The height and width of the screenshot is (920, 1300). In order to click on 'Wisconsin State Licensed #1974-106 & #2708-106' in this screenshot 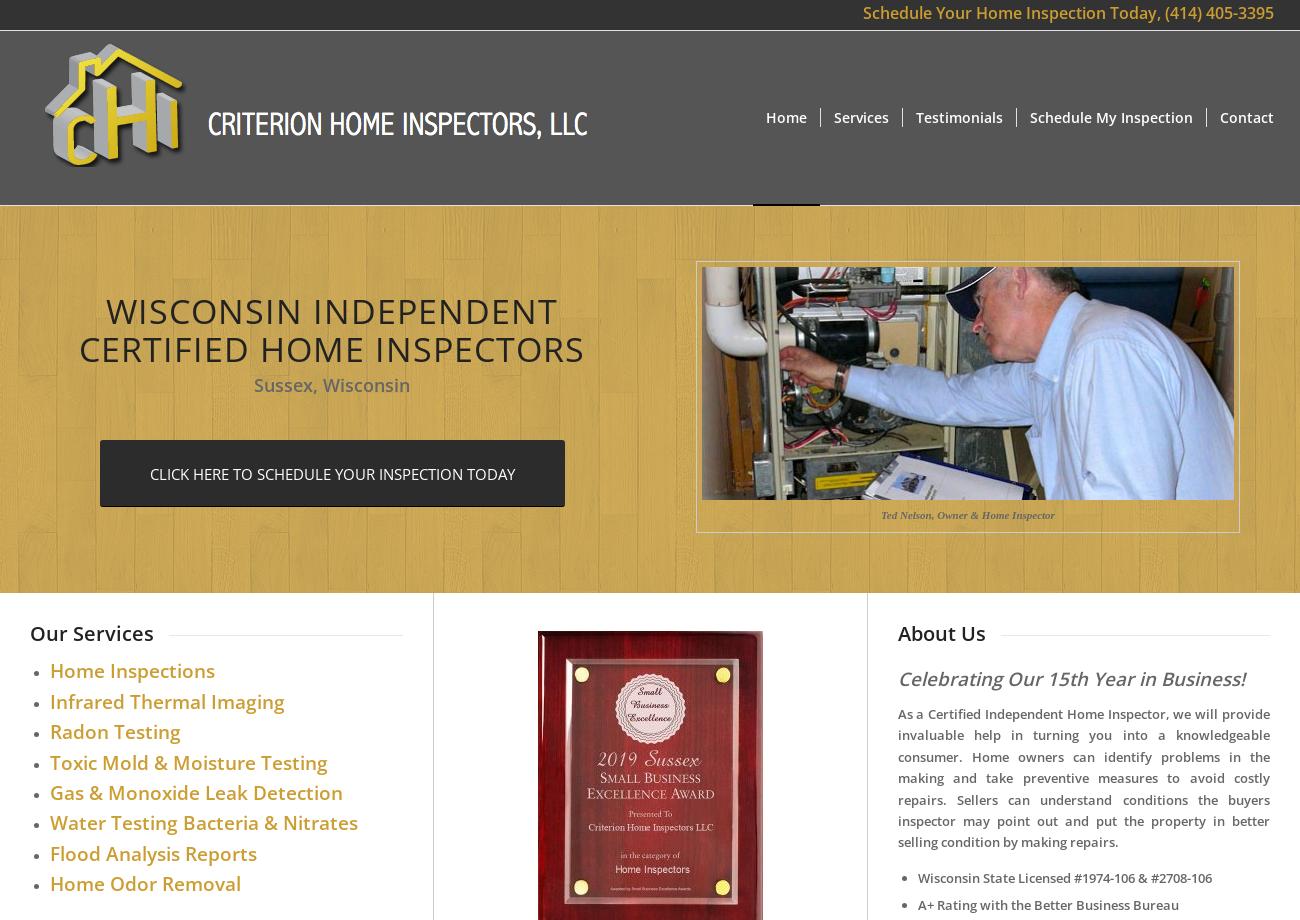, I will do `click(1064, 876)`.